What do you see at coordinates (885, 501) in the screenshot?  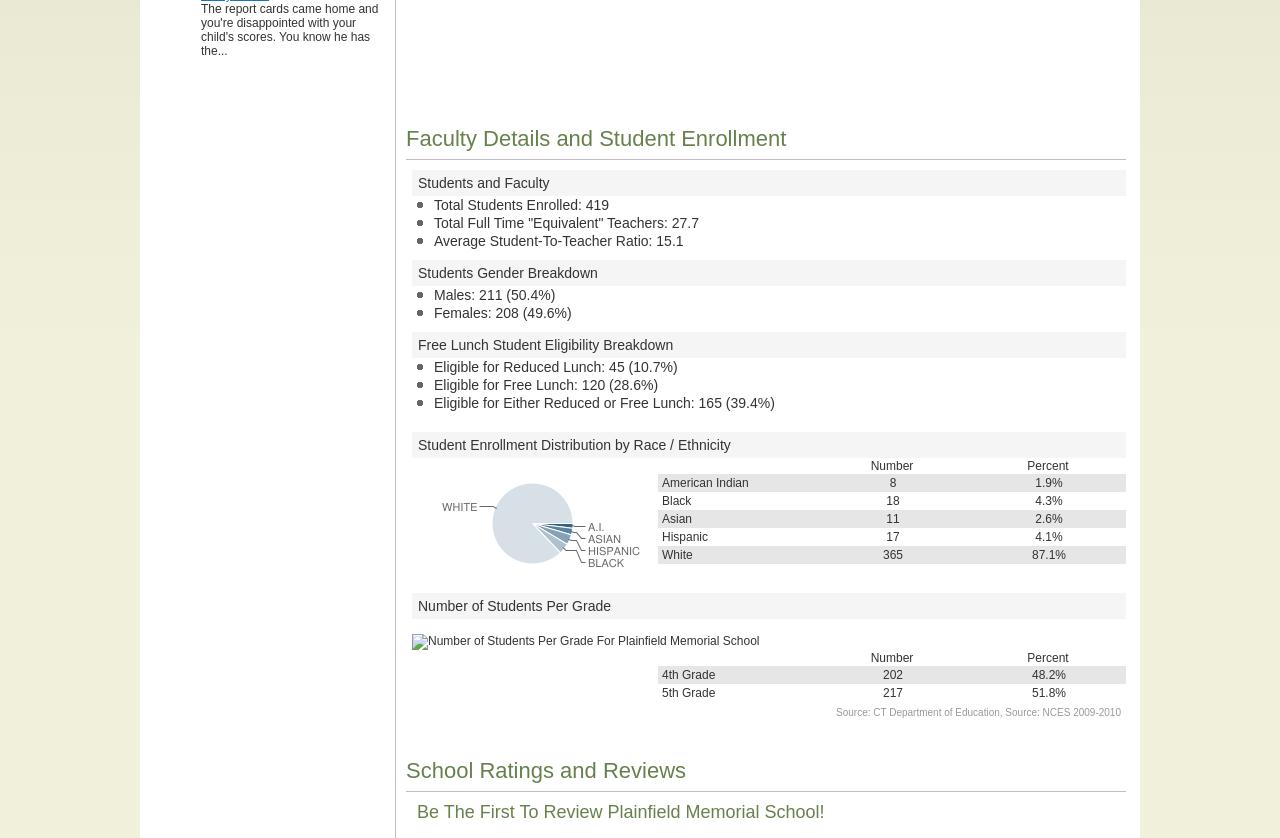 I see `'18'` at bounding box center [885, 501].